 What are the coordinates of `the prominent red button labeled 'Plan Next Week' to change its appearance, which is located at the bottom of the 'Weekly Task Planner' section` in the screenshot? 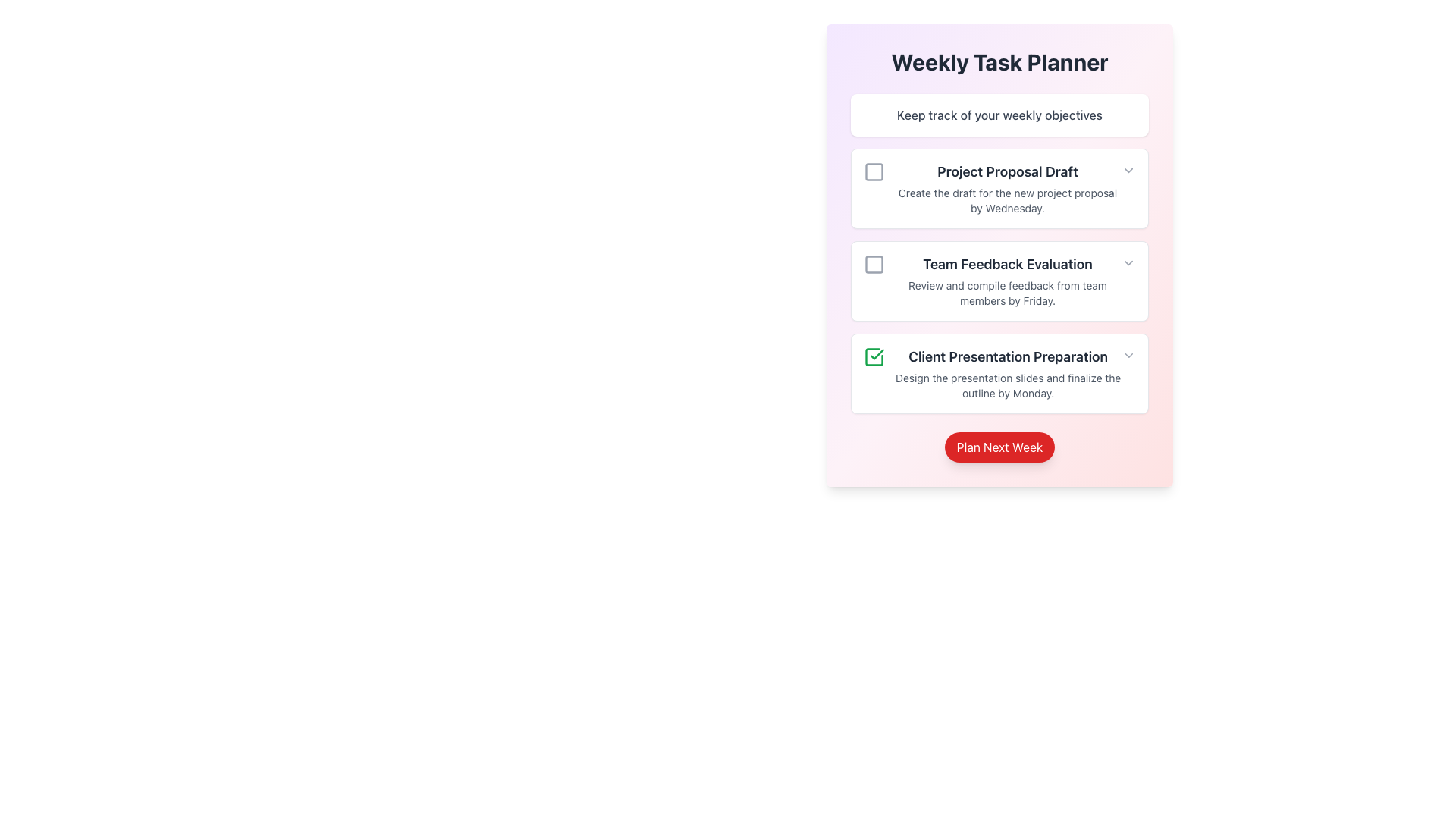 It's located at (999, 447).